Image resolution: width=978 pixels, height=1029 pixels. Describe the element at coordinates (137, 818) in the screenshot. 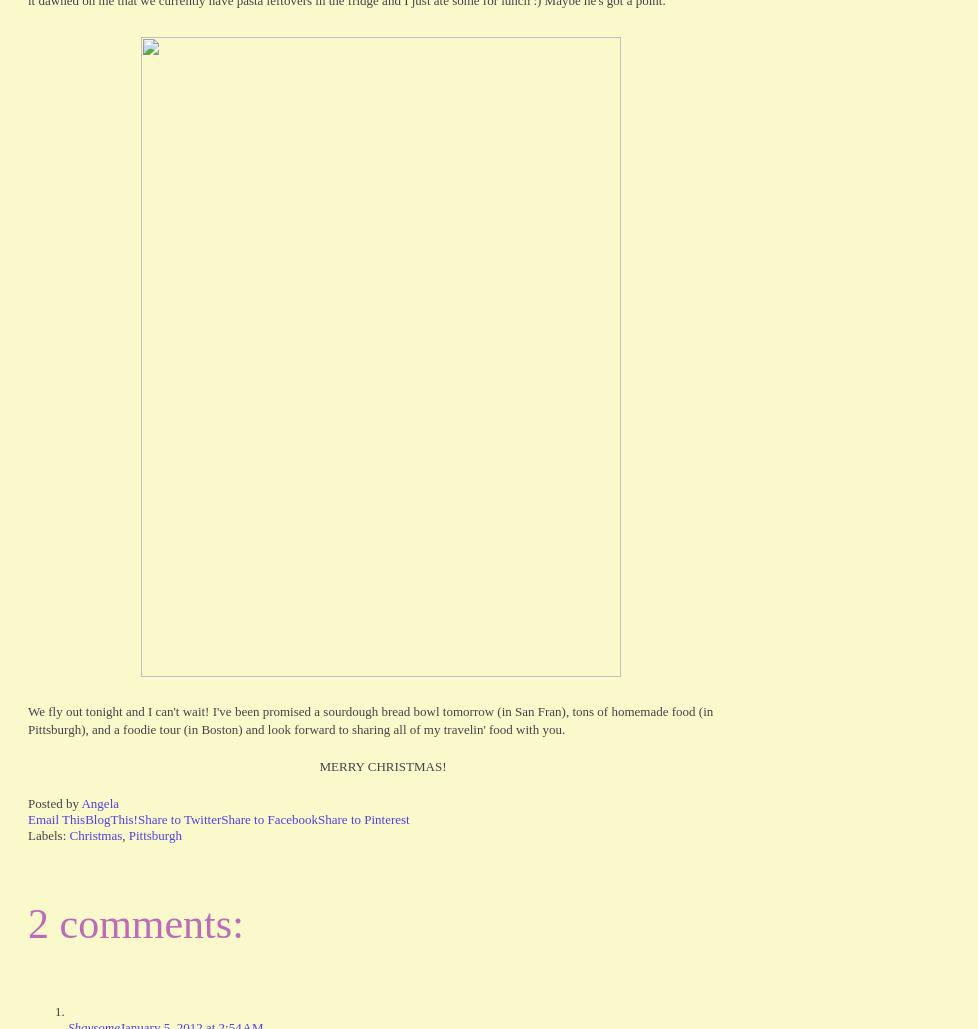

I see `'Share to Twitter'` at that location.